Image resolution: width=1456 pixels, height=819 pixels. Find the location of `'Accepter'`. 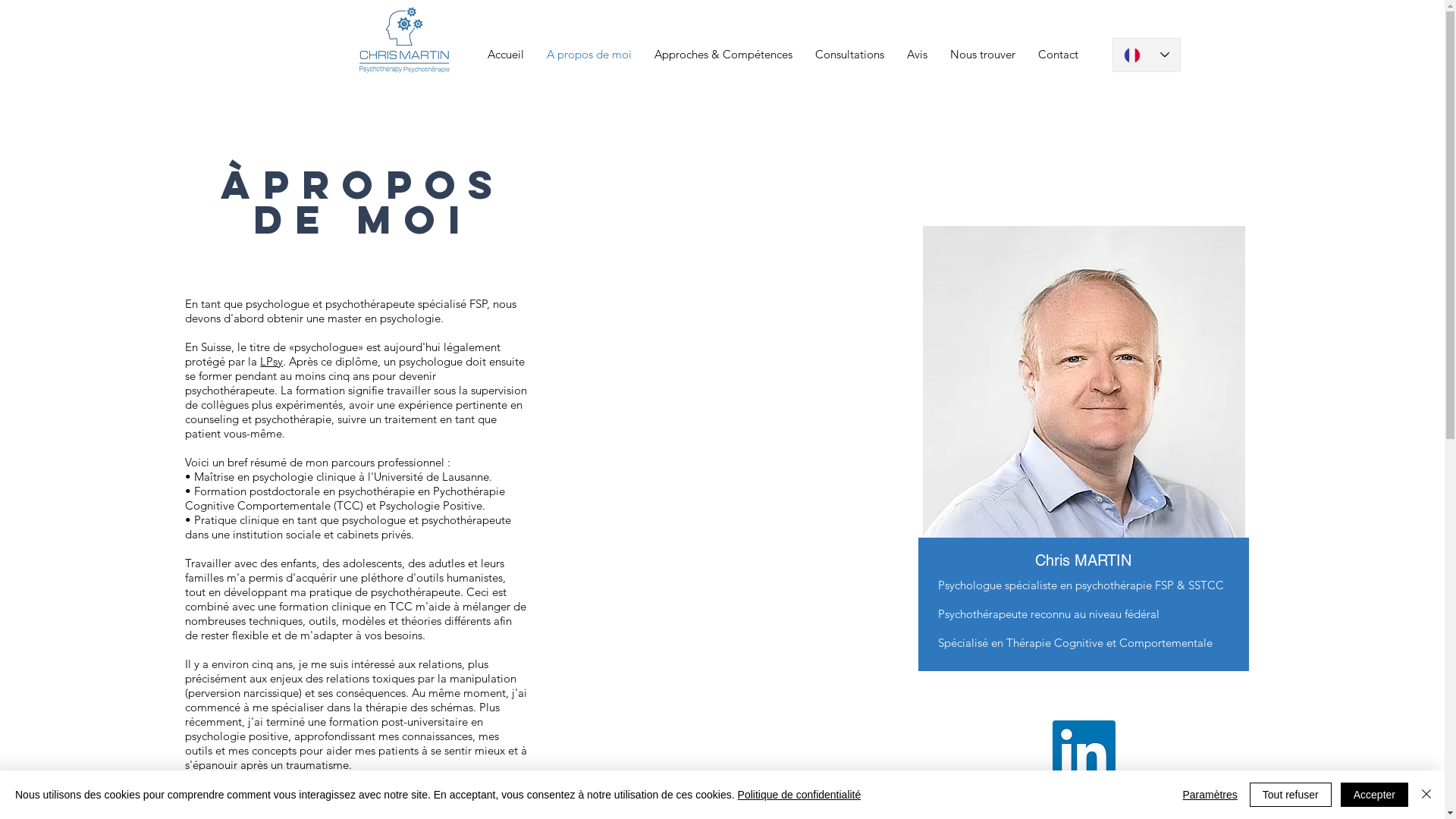

'Accepter' is located at coordinates (1374, 794).